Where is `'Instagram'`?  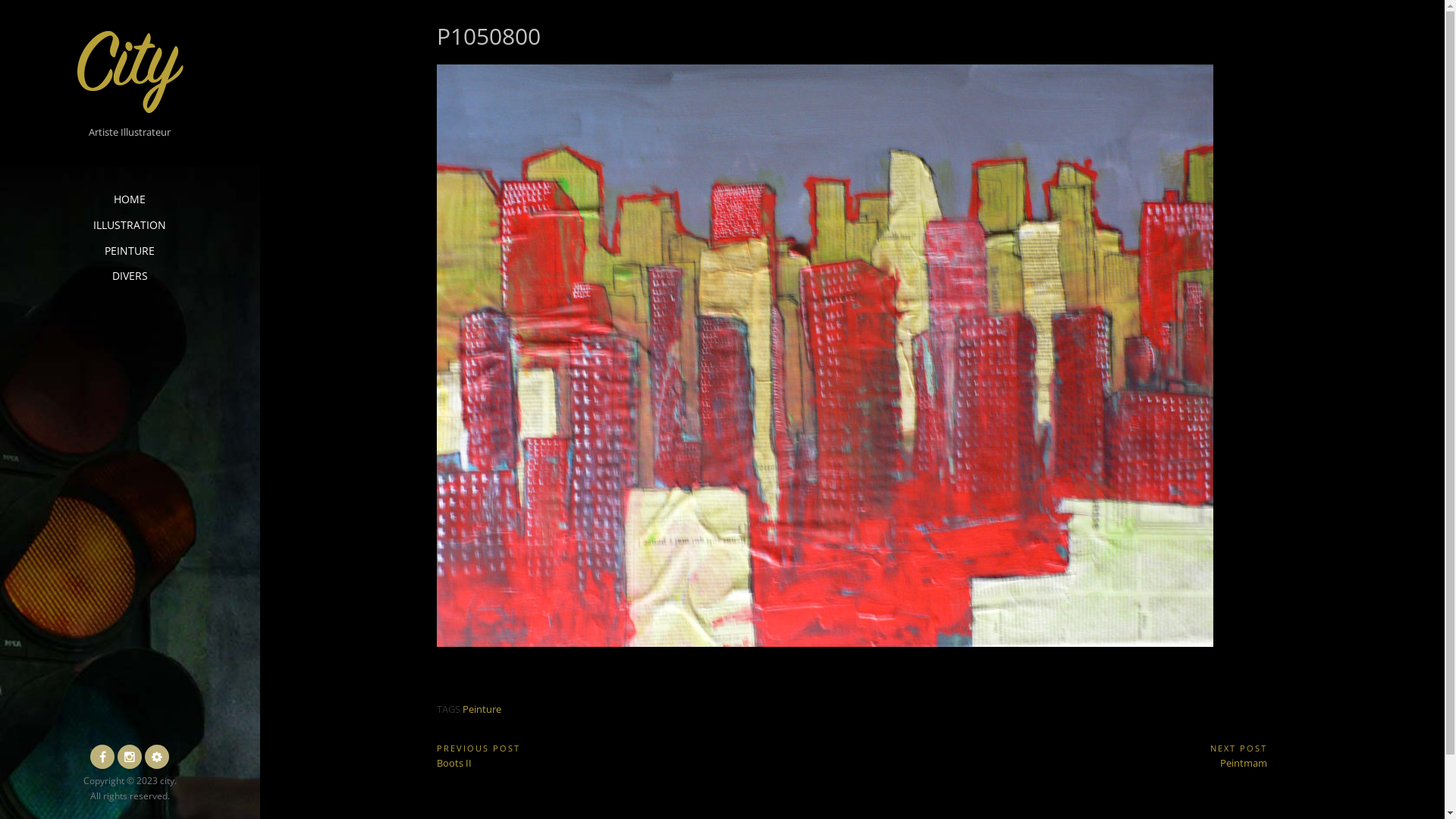
'Instagram' is located at coordinates (116, 757).